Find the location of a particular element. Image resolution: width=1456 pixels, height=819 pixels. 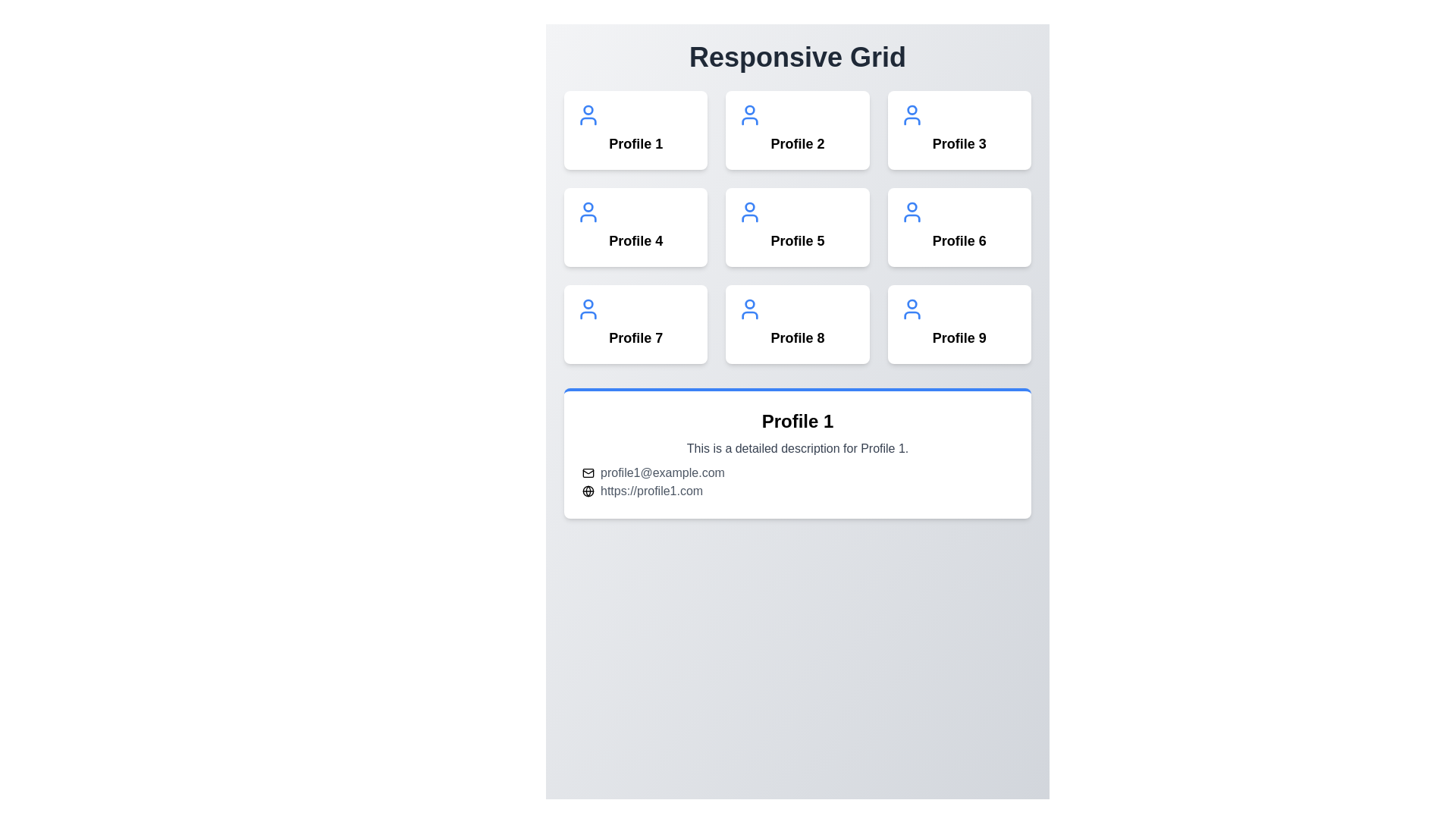

the 'Profile 2' clickable card, which has a white background, shadow effects, and rounded corners, located in the second column of the first row of a grid of profile cards is located at coordinates (796, 130).